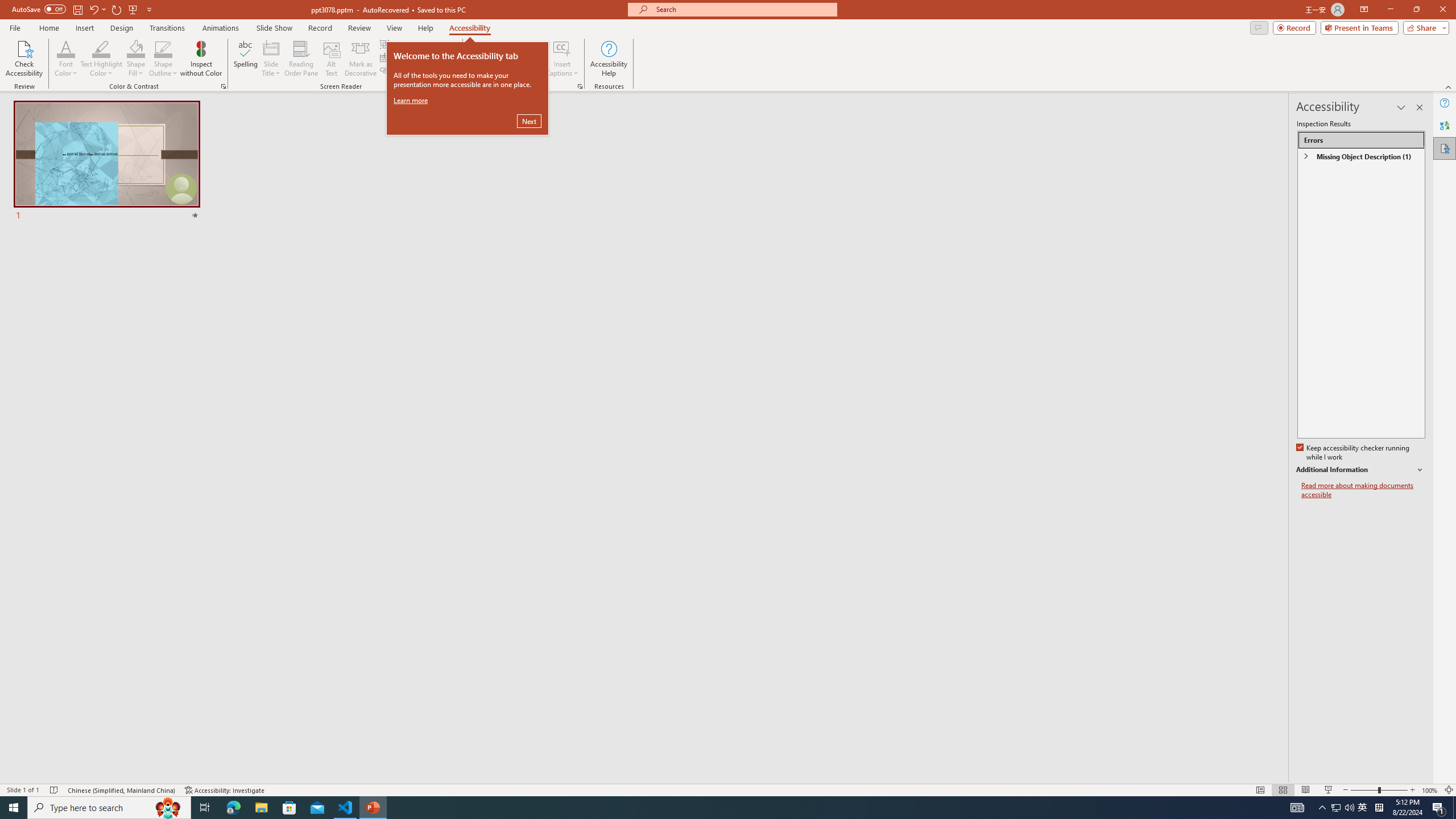  Describe the element at coordinates (23, 59) in the screenshot. I see `'Check Accessibility'` at that location.